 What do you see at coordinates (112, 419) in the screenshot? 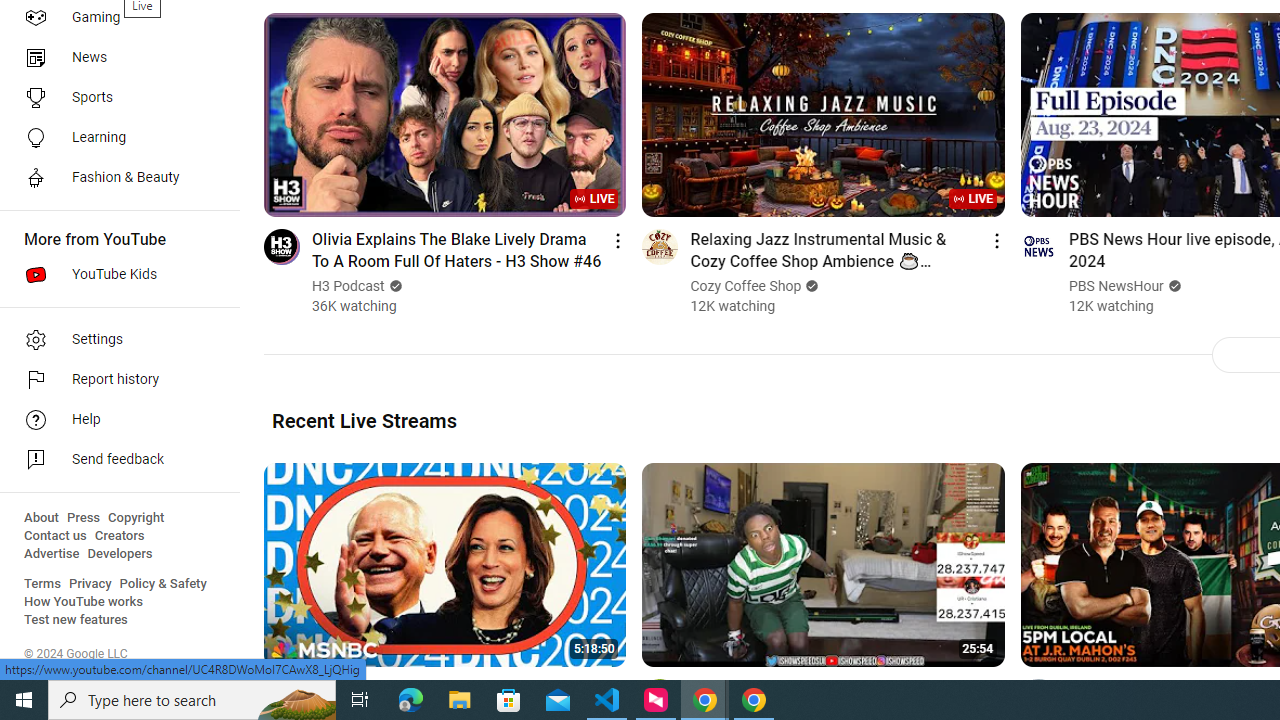
I see `'Help'` at bounding box center [112, 419].